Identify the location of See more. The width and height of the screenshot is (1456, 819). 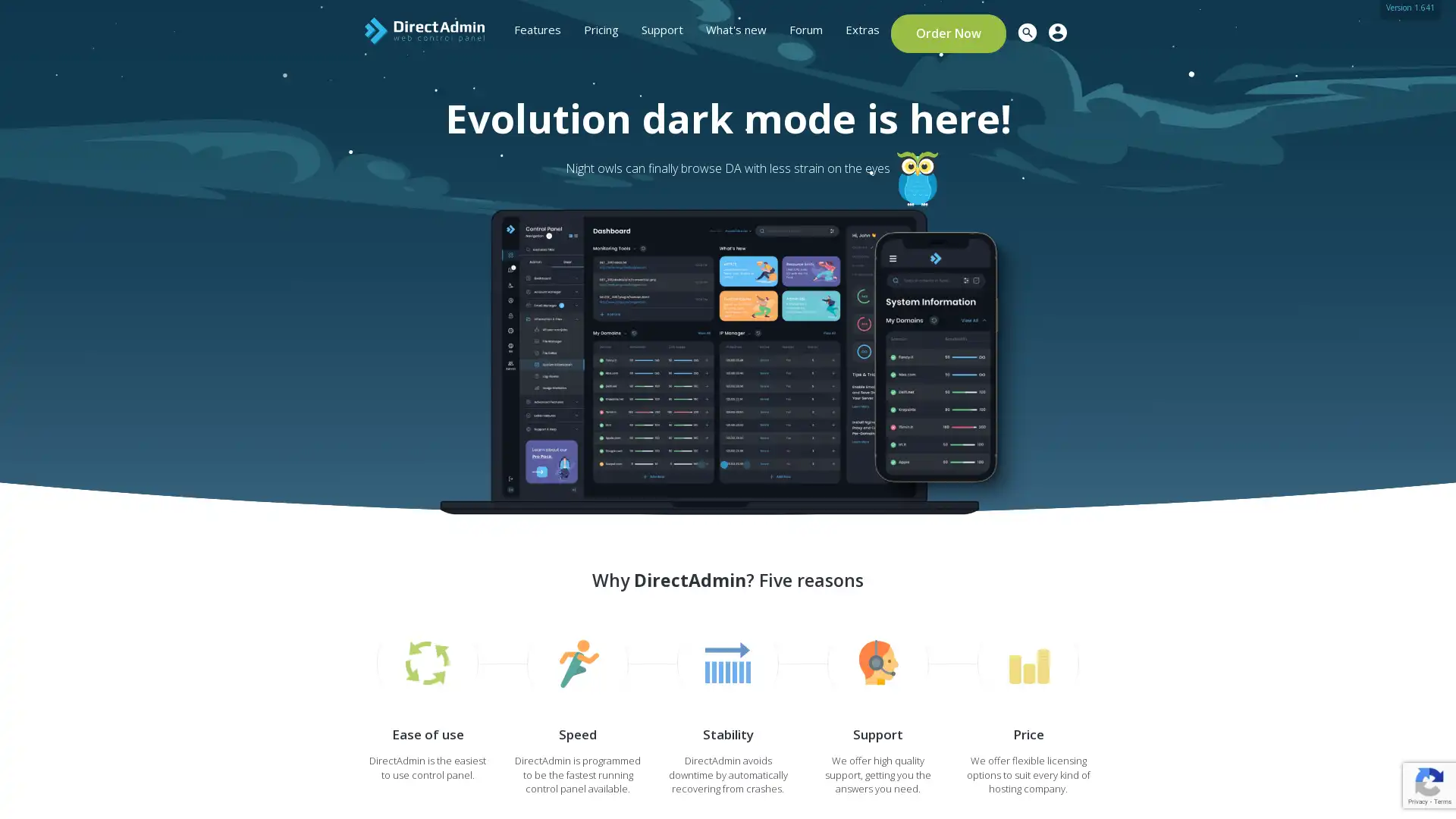
(342, 336).